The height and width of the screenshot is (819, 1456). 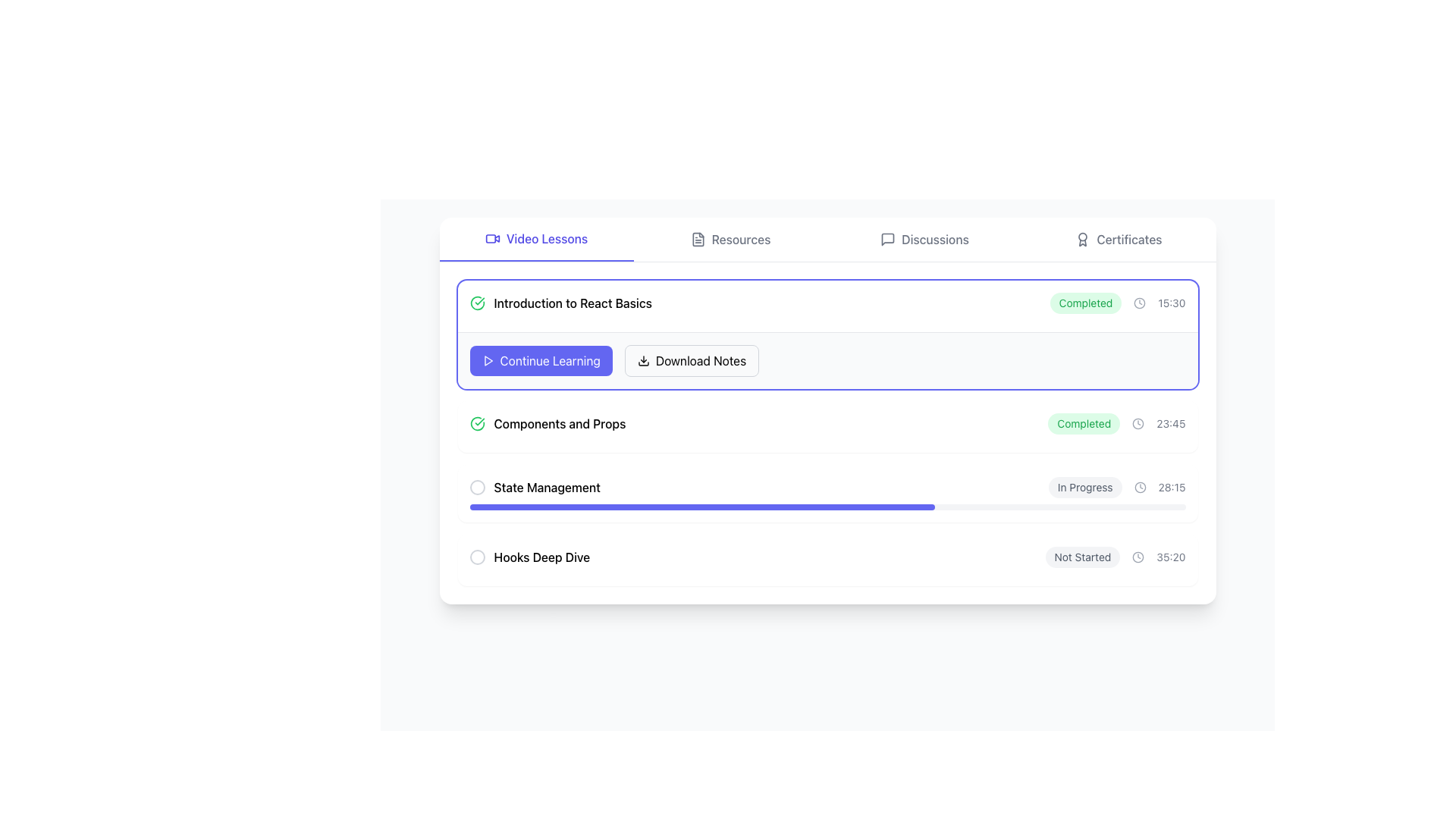 What do you see at coordinates (1135, 550) in the screenshot?
I see `the circular element at a specified angle 172 (in degrees) from the positive x-axis` at bounding box center [1135, 550].